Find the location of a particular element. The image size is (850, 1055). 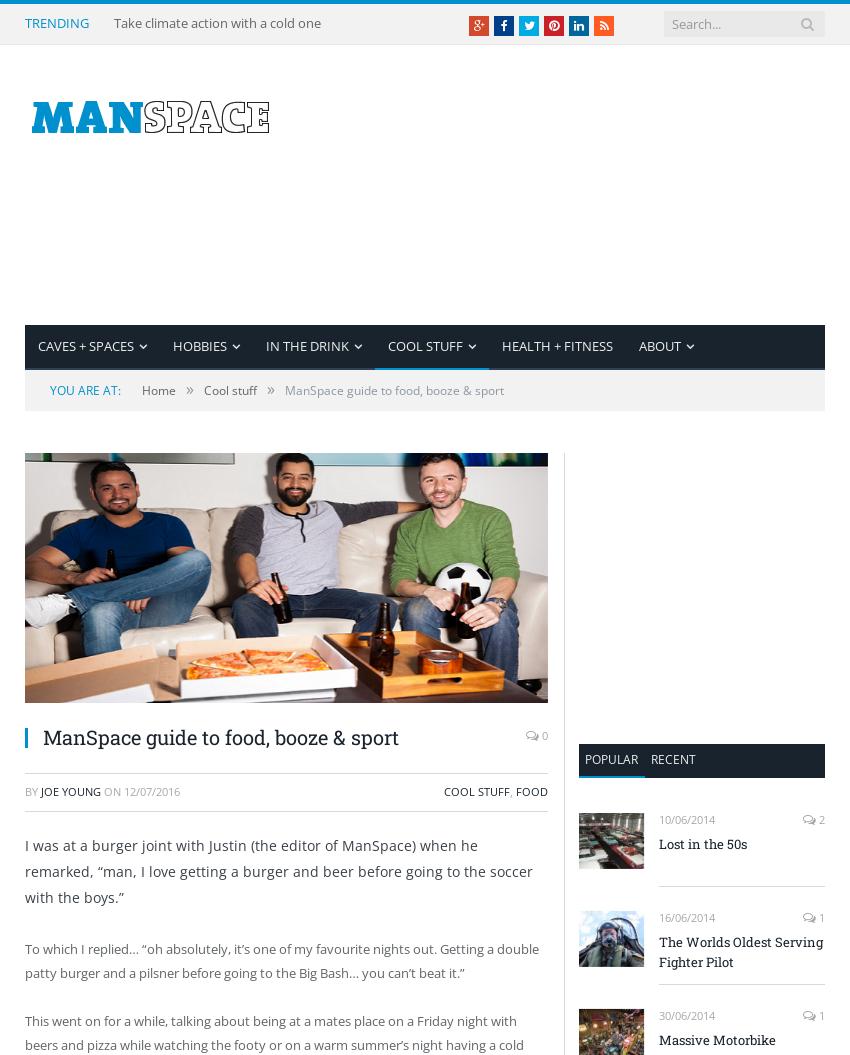

'Lost in the 50s' is located at coordinates (702, 843).